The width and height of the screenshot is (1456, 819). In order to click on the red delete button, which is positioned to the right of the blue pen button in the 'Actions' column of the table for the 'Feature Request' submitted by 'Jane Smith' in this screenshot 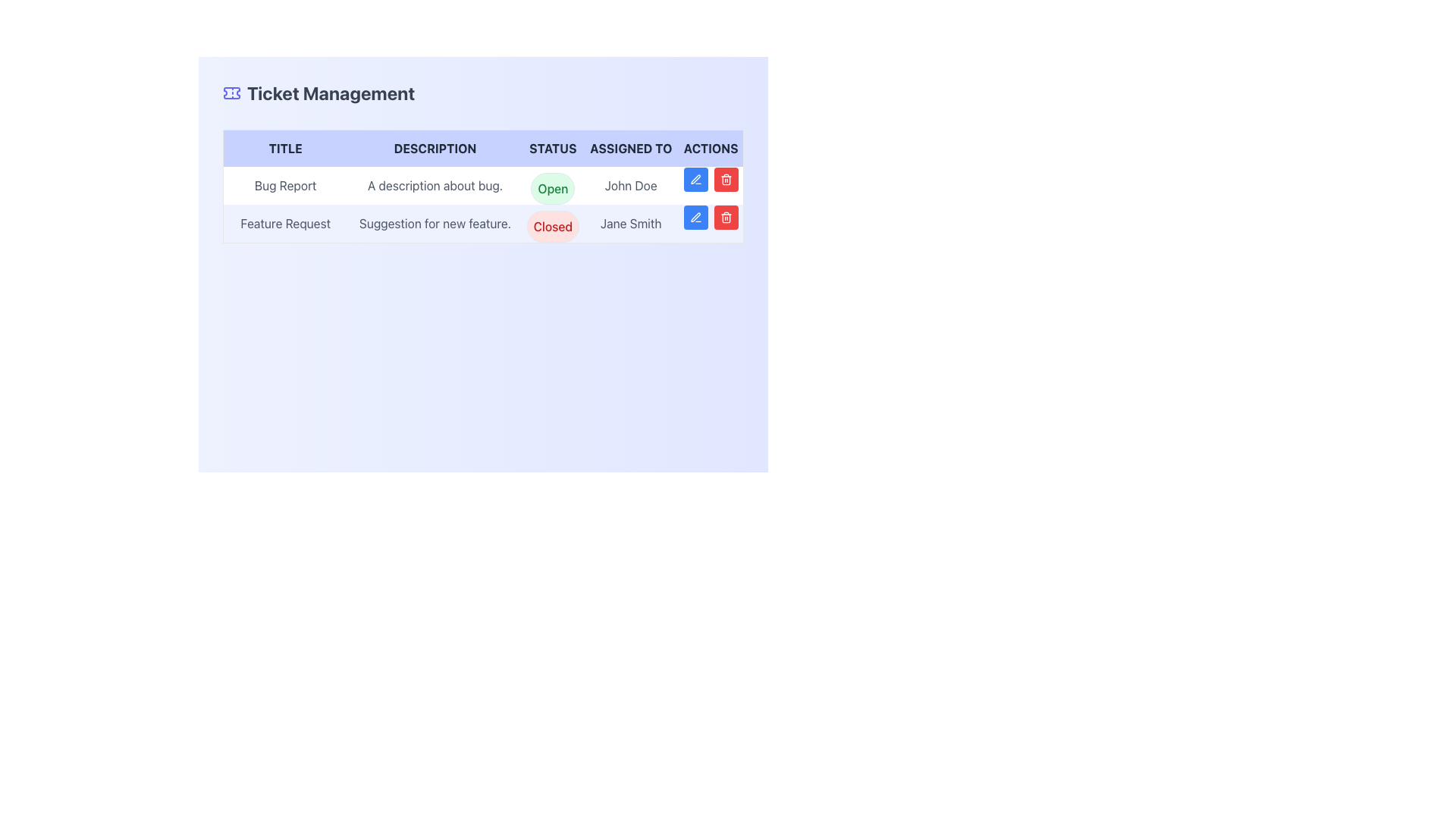, I will do `click(710, 217)`.